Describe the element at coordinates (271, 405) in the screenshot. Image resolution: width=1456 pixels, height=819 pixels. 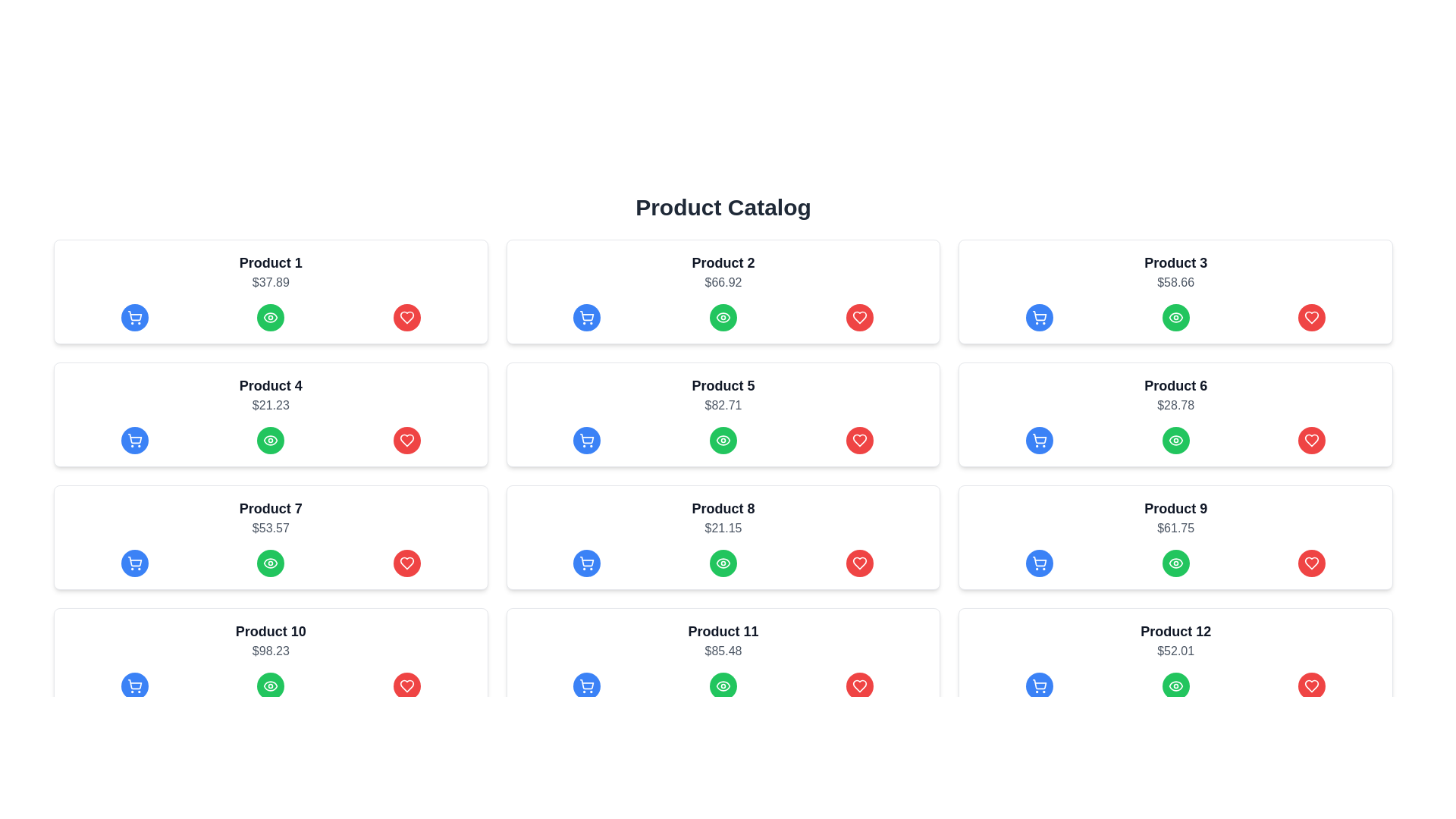
I see `the static text label displaying the price '$21.23' located beneath the 'Product 4' text in the product grid` at that location.